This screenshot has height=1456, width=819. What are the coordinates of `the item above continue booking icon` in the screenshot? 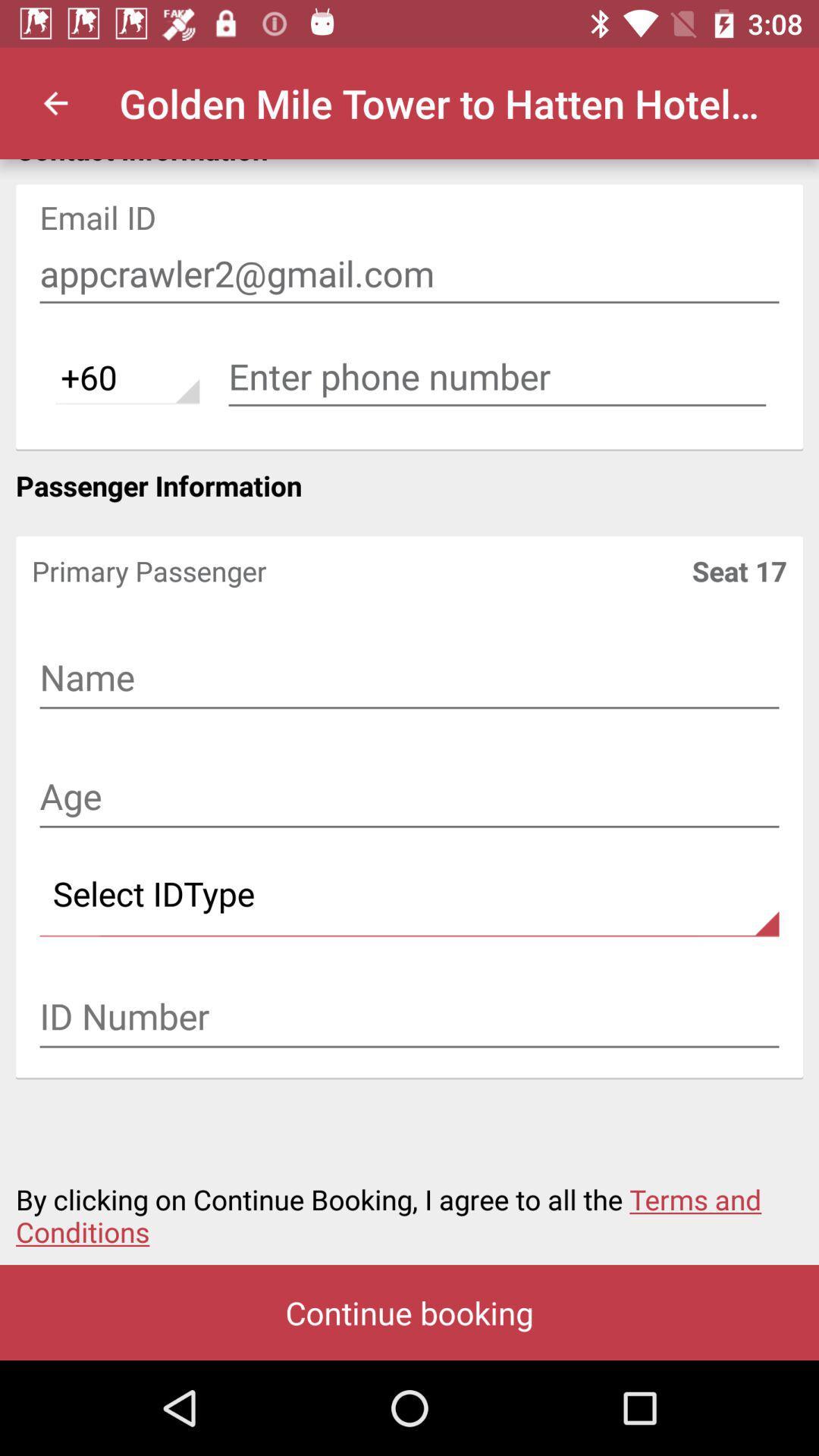 It's located at (409, 1206).